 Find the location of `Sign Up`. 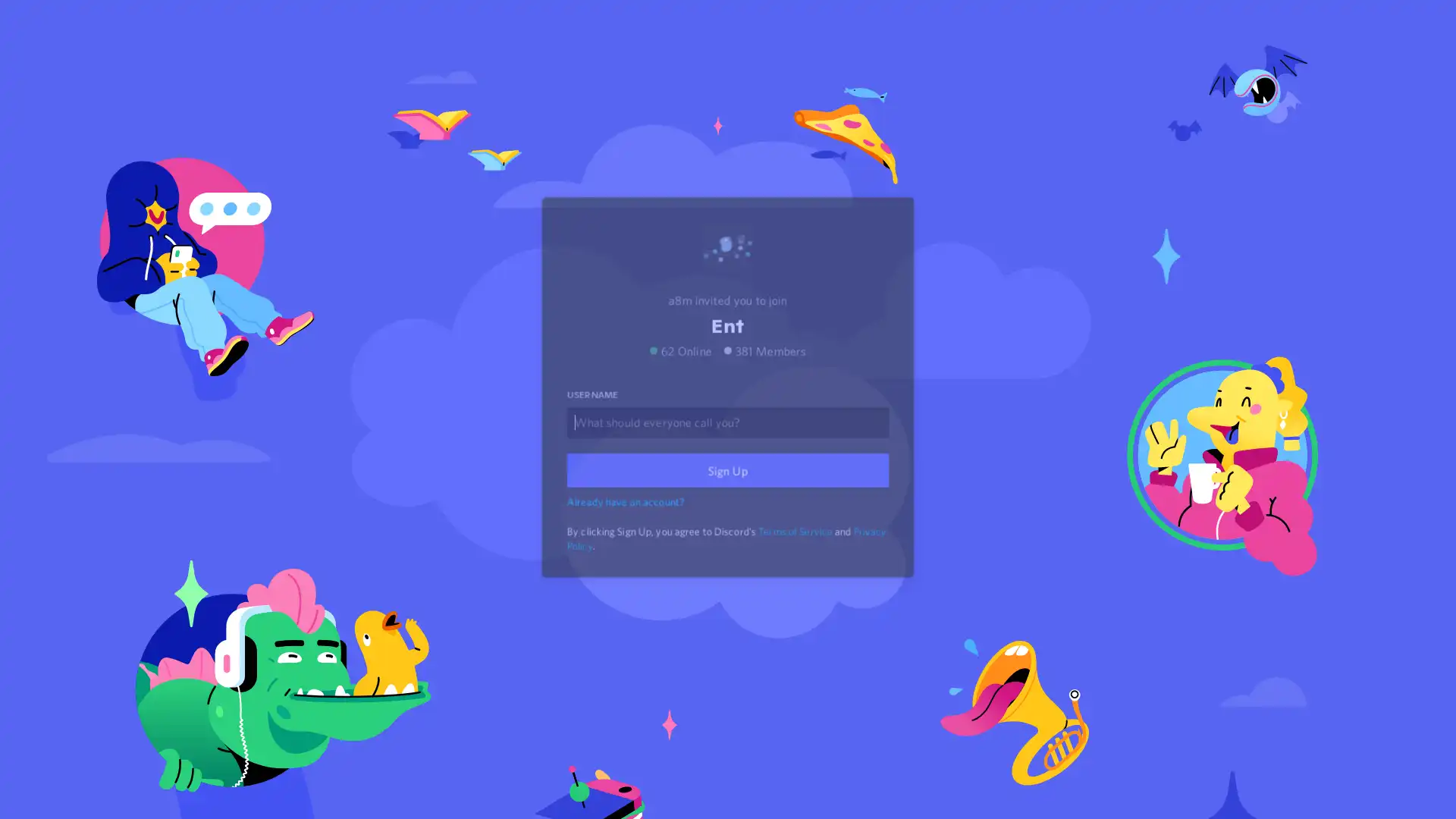

Sign Up is located at coordinates (728, 491).